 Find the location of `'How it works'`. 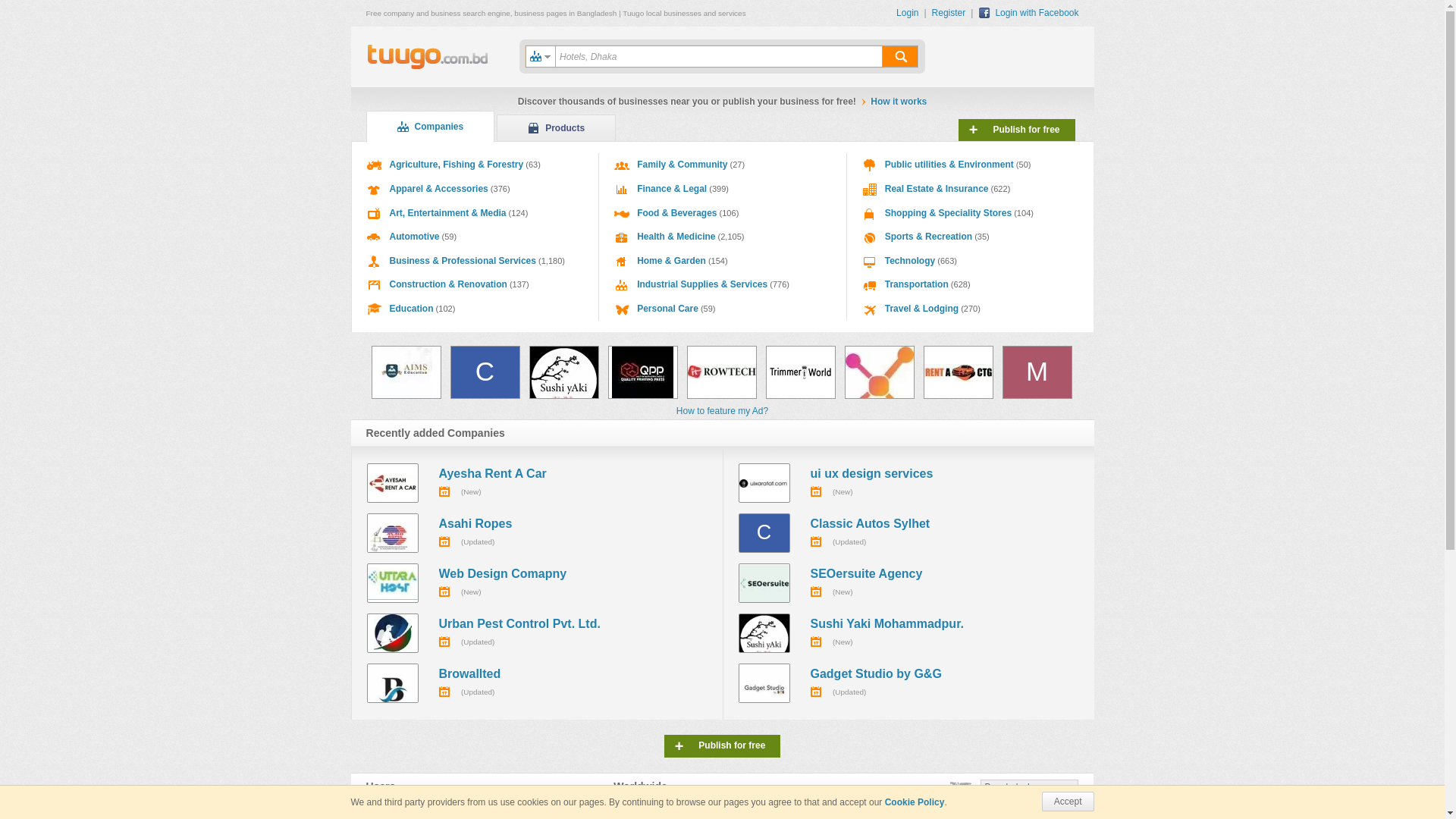

'How it works' is located at coordinates (870, 102).